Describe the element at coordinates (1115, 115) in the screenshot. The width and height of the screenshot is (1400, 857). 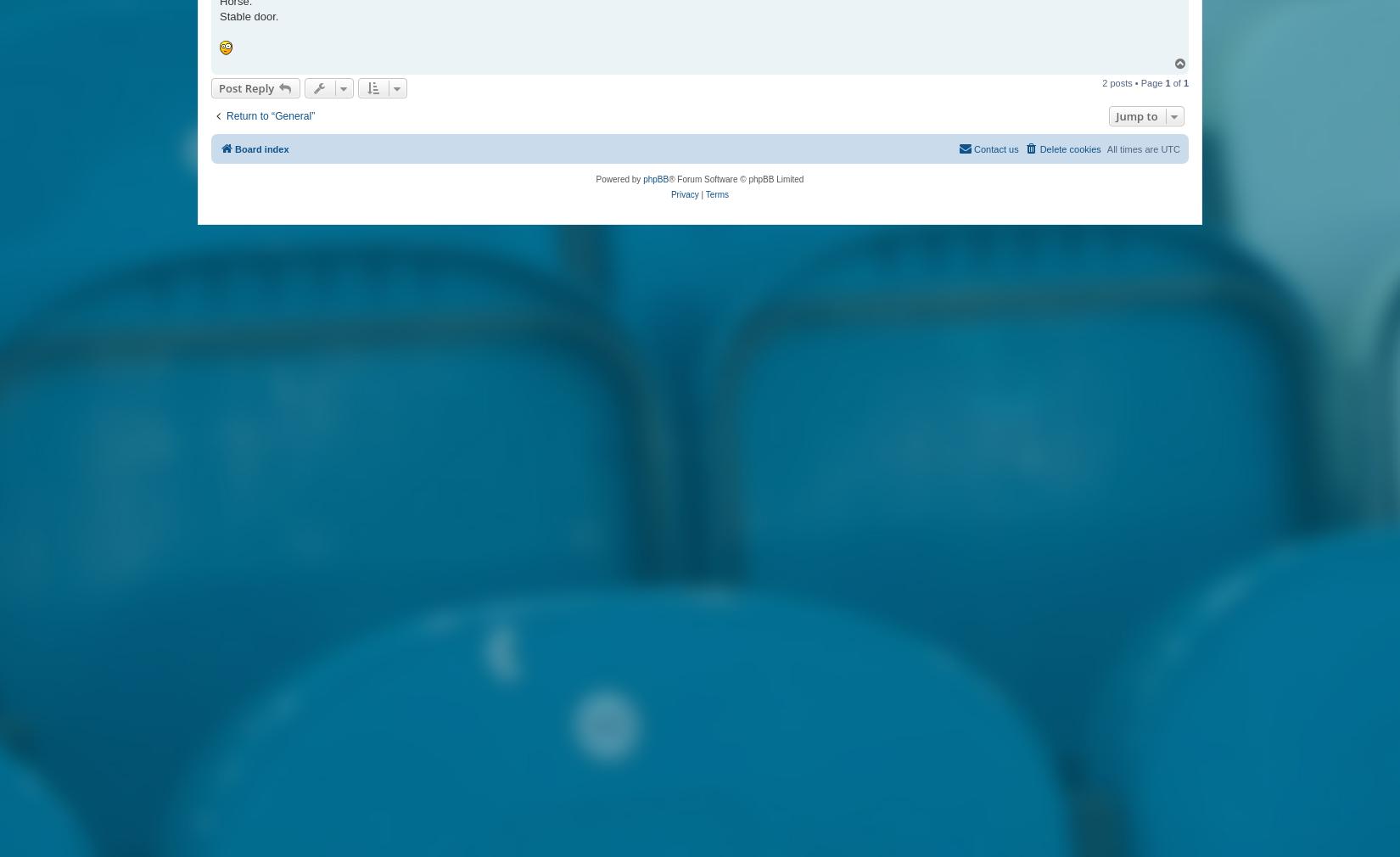
I see `'Jump to'` at that location.